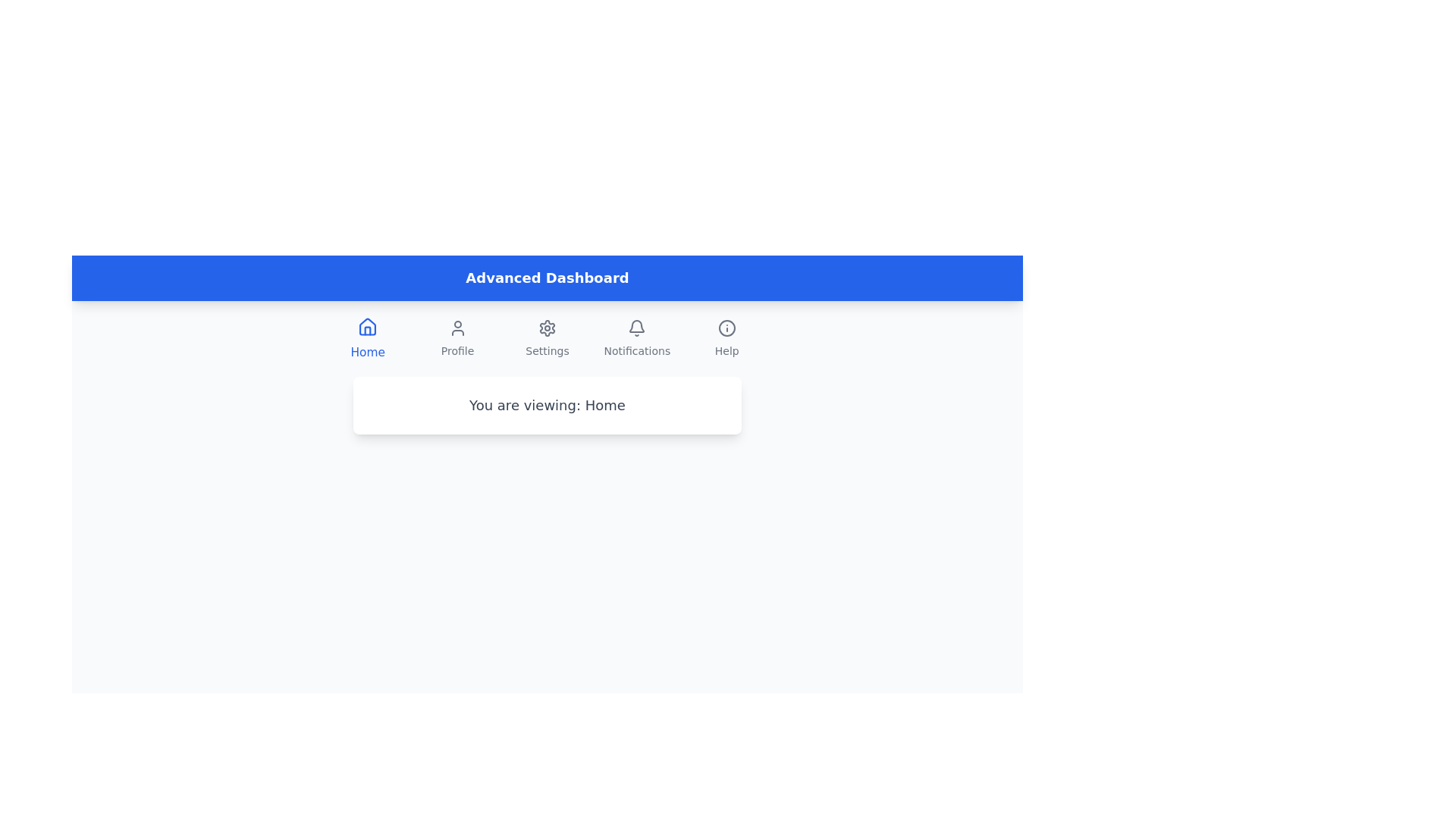 The image size is (1456, 819). What do you see at coordinates (726, 327) in the screenshot?
I see `the 'Help' icon located at the rightmost position in the navigation bar` at bounding box center [726, 327].